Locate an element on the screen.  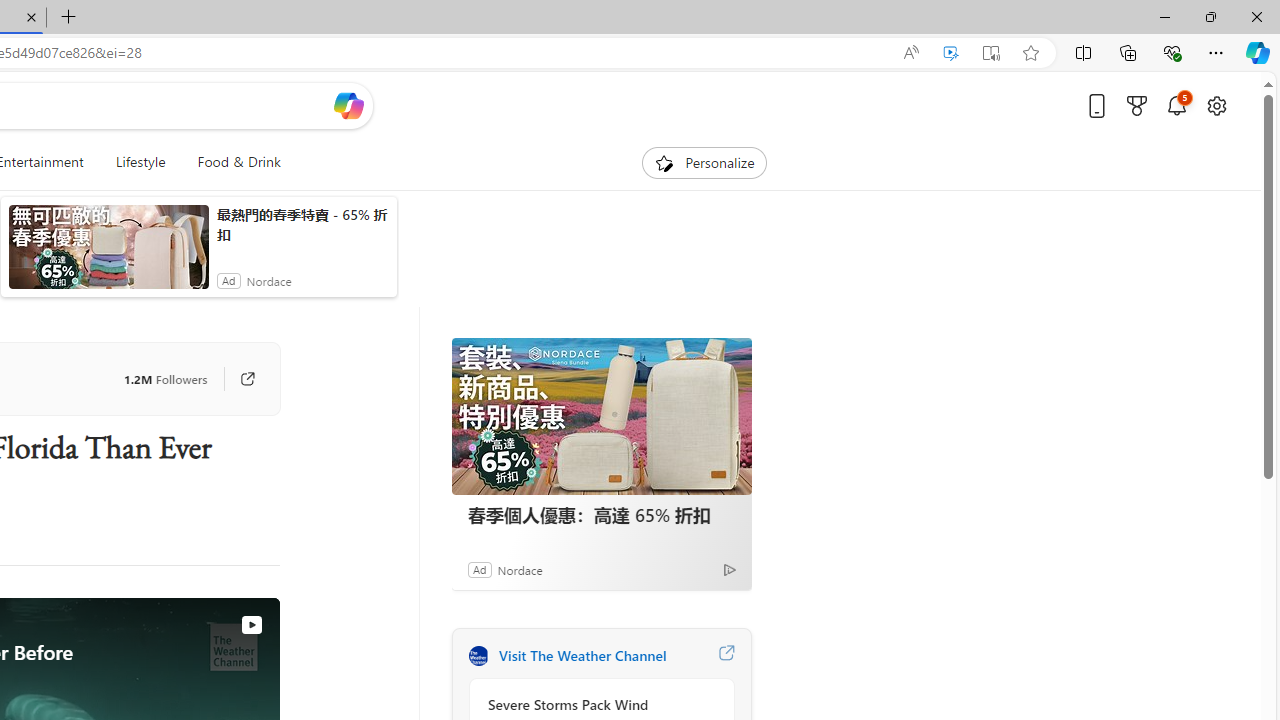
'Enhance video' is located at coordinates (950, 52).